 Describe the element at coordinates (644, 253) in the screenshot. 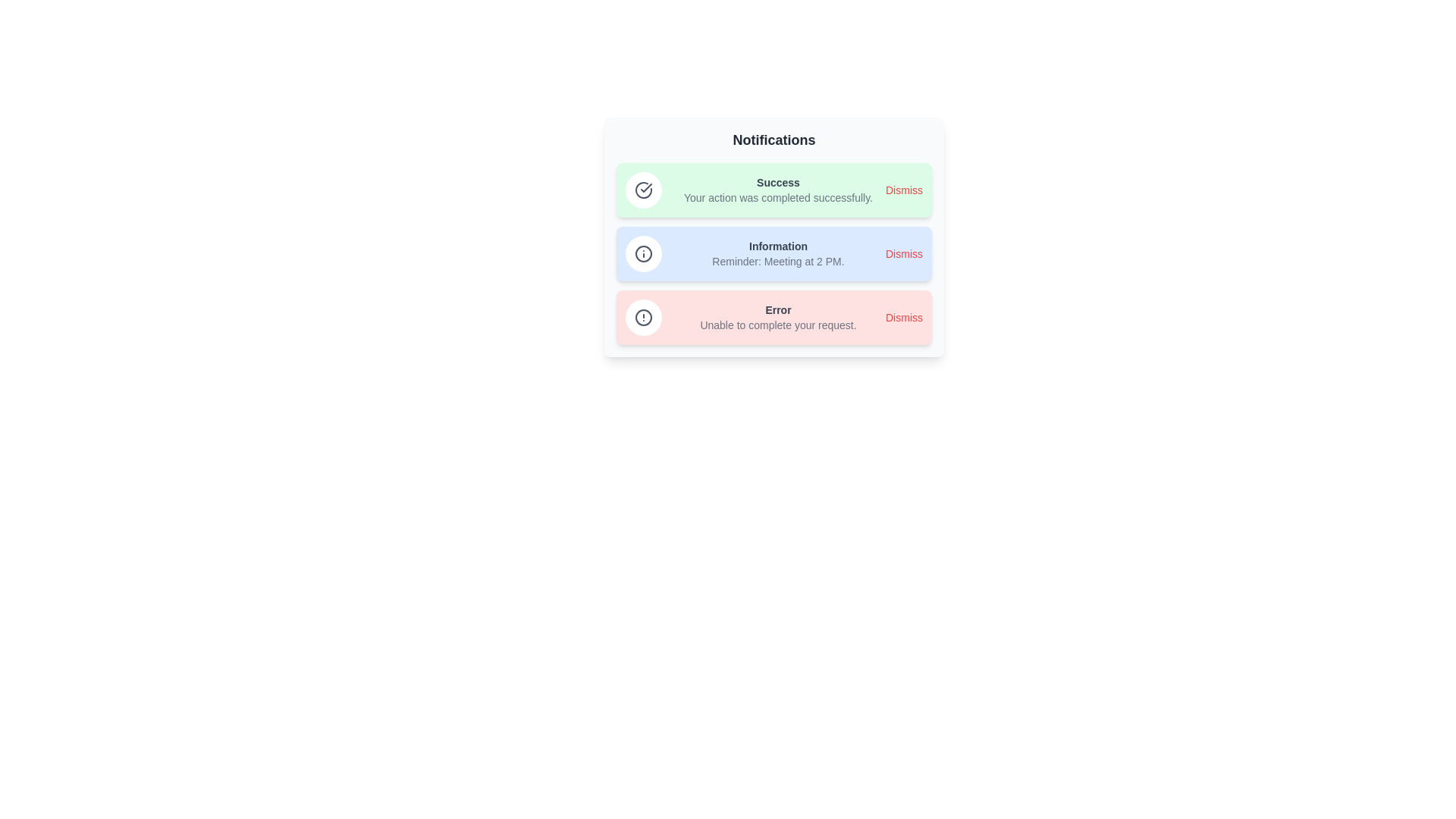

I see `the icon of the Information notification` at that location.